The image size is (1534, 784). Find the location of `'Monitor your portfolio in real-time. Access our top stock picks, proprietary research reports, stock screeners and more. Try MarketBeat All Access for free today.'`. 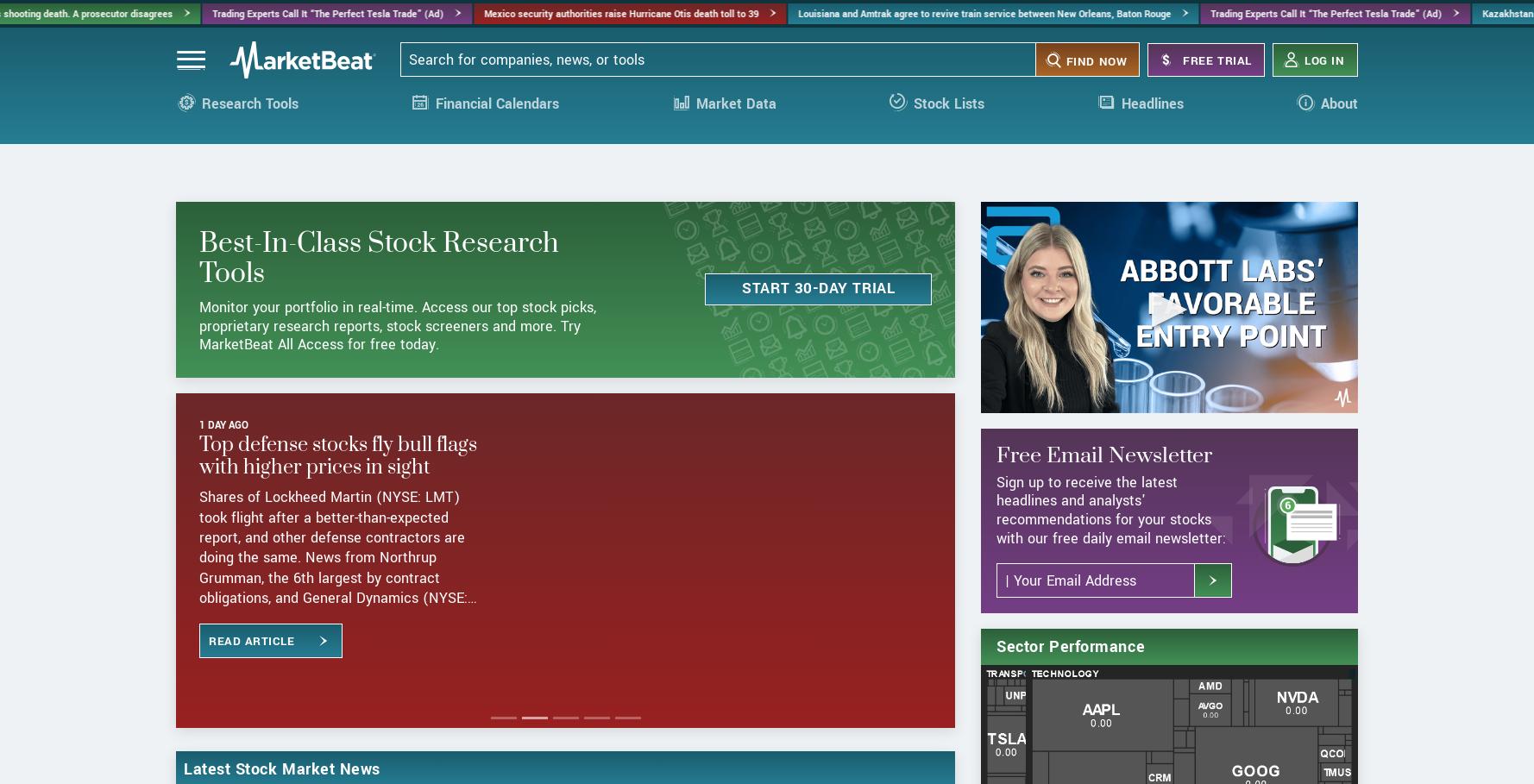

'Monitor your portfolio in real-time. Access our top stock picks, proprietary research reports, stock screeners and more. Try MarketBeat All Access for free today.' is located at coordinates (198, 390).